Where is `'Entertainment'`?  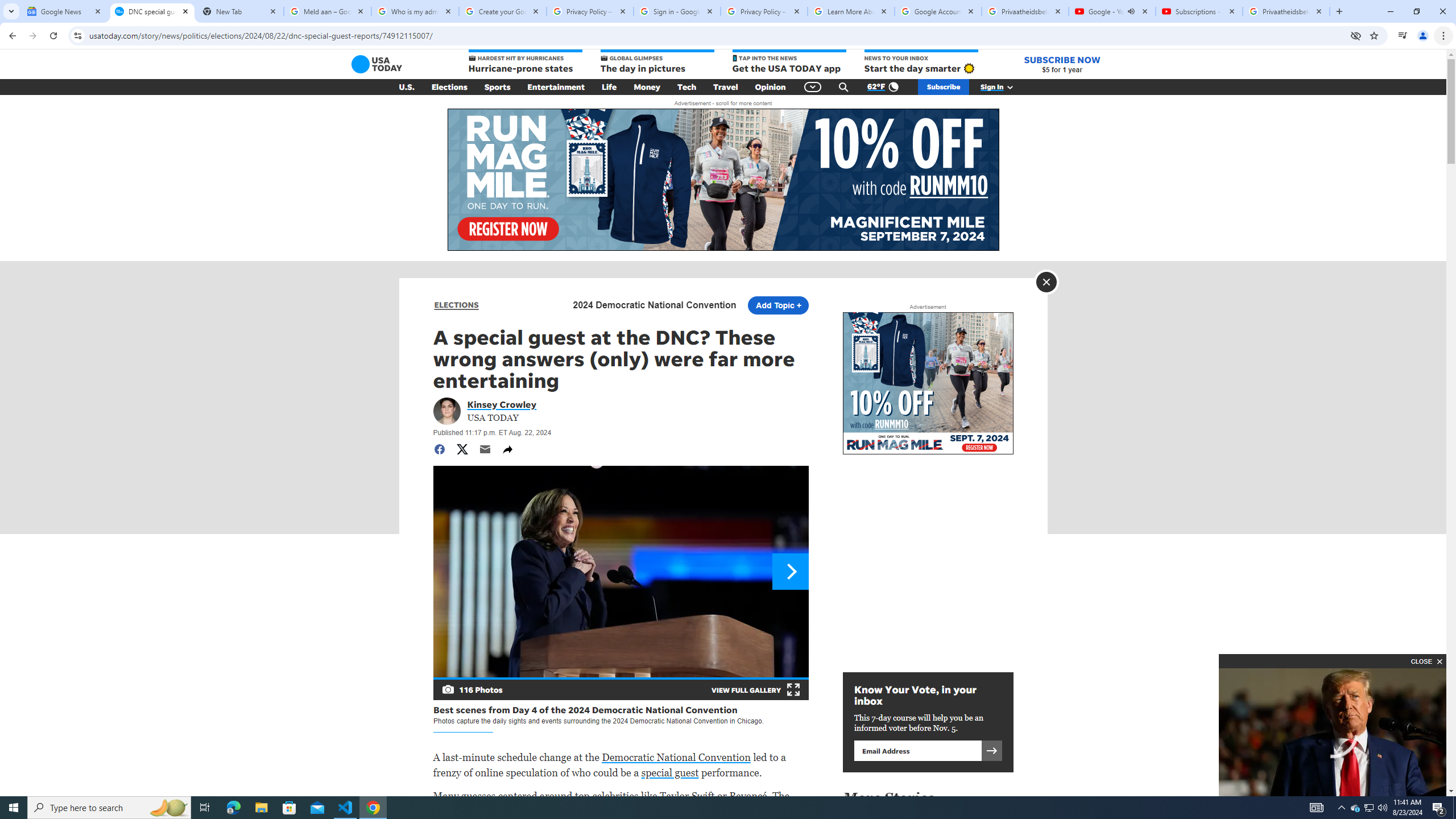 'Entertainment' is located at coordinates (556, 87).